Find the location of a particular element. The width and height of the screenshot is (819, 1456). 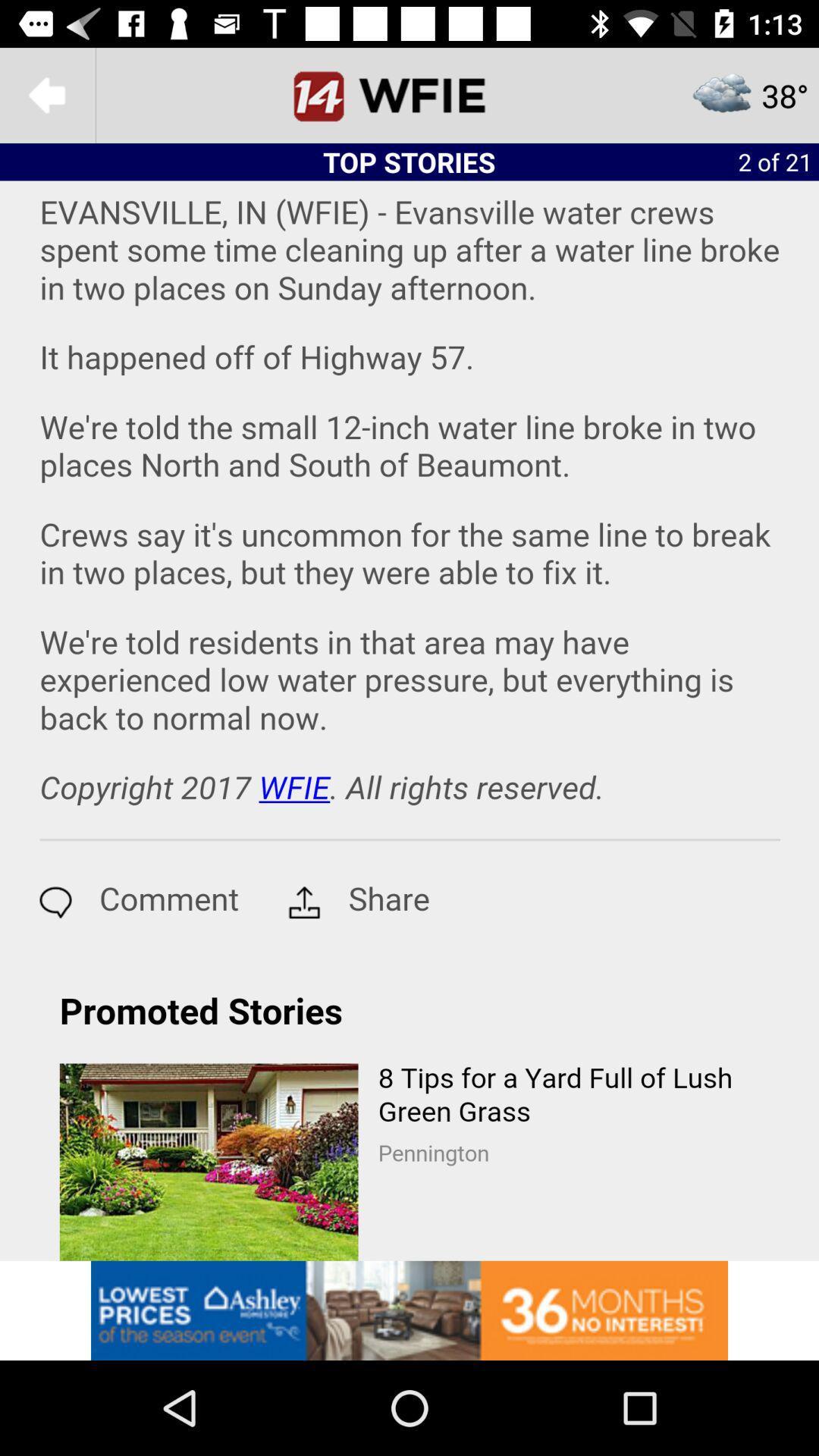

the arrow_backward icon is located at coordinates (46, 94).